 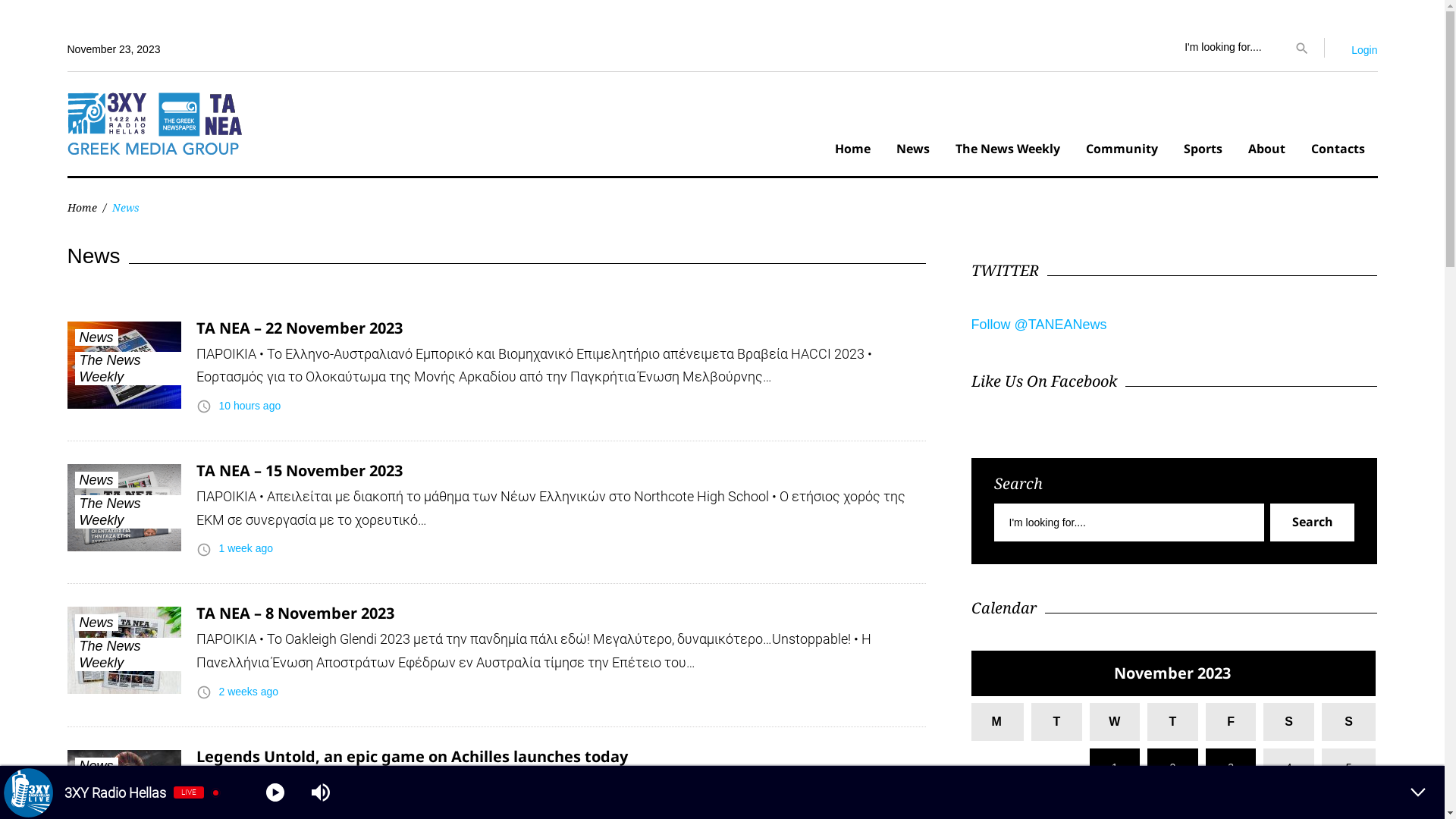 What do you see at coordinates (1202, 151) in the screenshot?
I see `'Sports'` at bounding box center [1202, 151].